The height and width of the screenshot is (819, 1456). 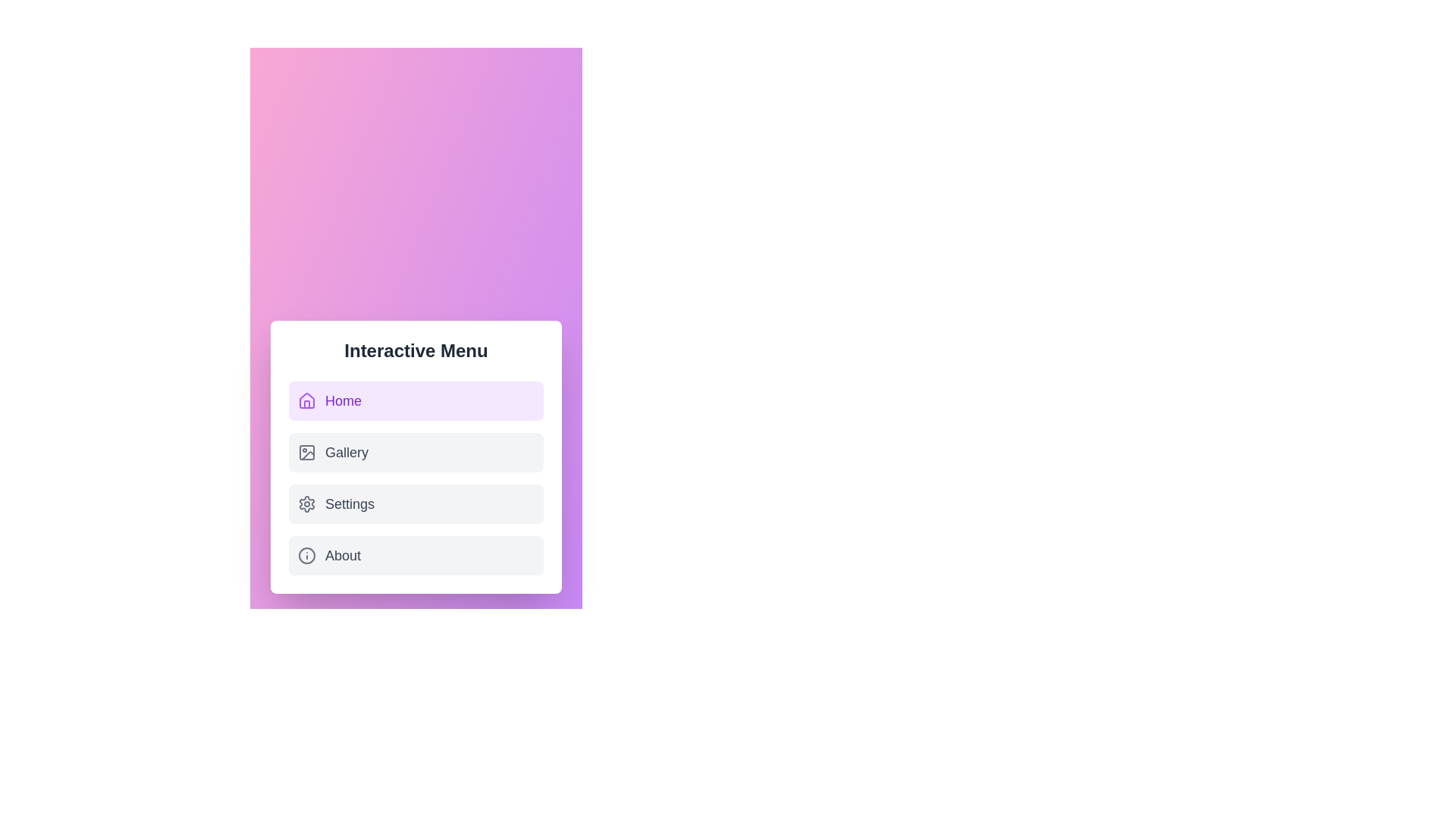 What do you see at coordinates (306, 400) in the screenshot?
I see `the icon next to the tab label Home` at bounding box center [306, 400].